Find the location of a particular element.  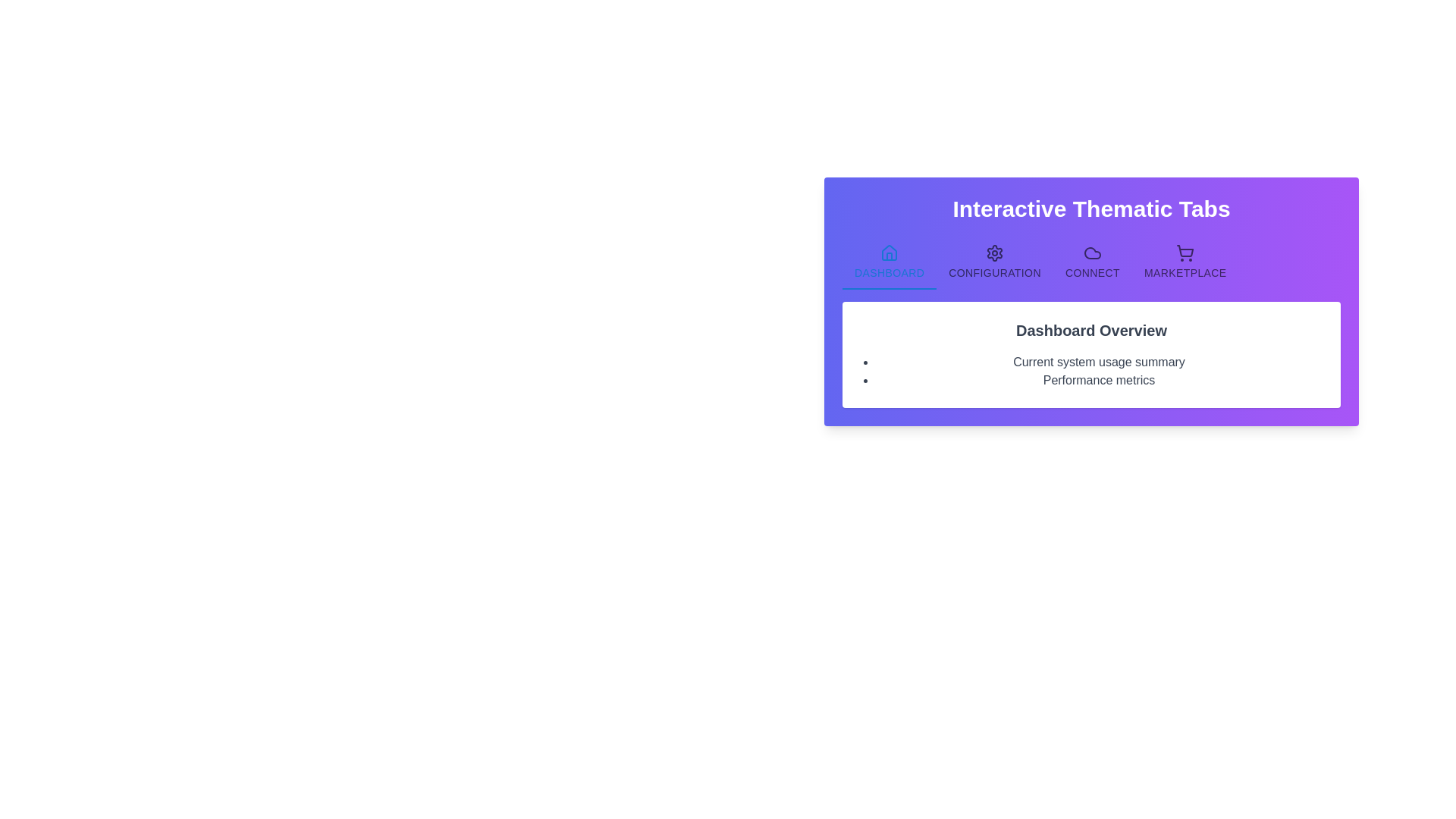

the 'Connect' tab, which is the third tab in the horizontal tab group located at the top of the interface is located at coordinates (1092, 262).